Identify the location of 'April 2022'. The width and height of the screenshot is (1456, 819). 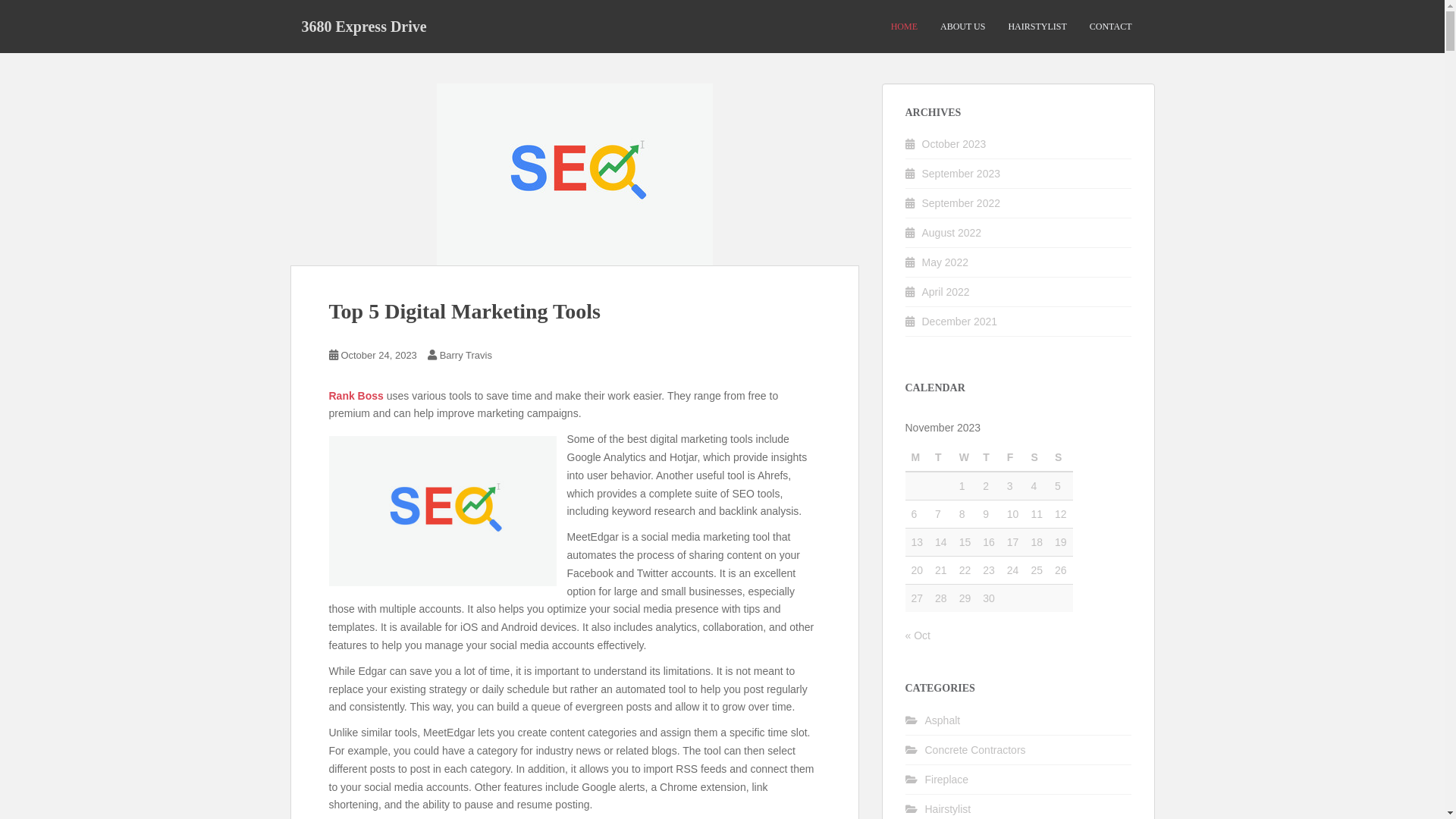
(945, 292).